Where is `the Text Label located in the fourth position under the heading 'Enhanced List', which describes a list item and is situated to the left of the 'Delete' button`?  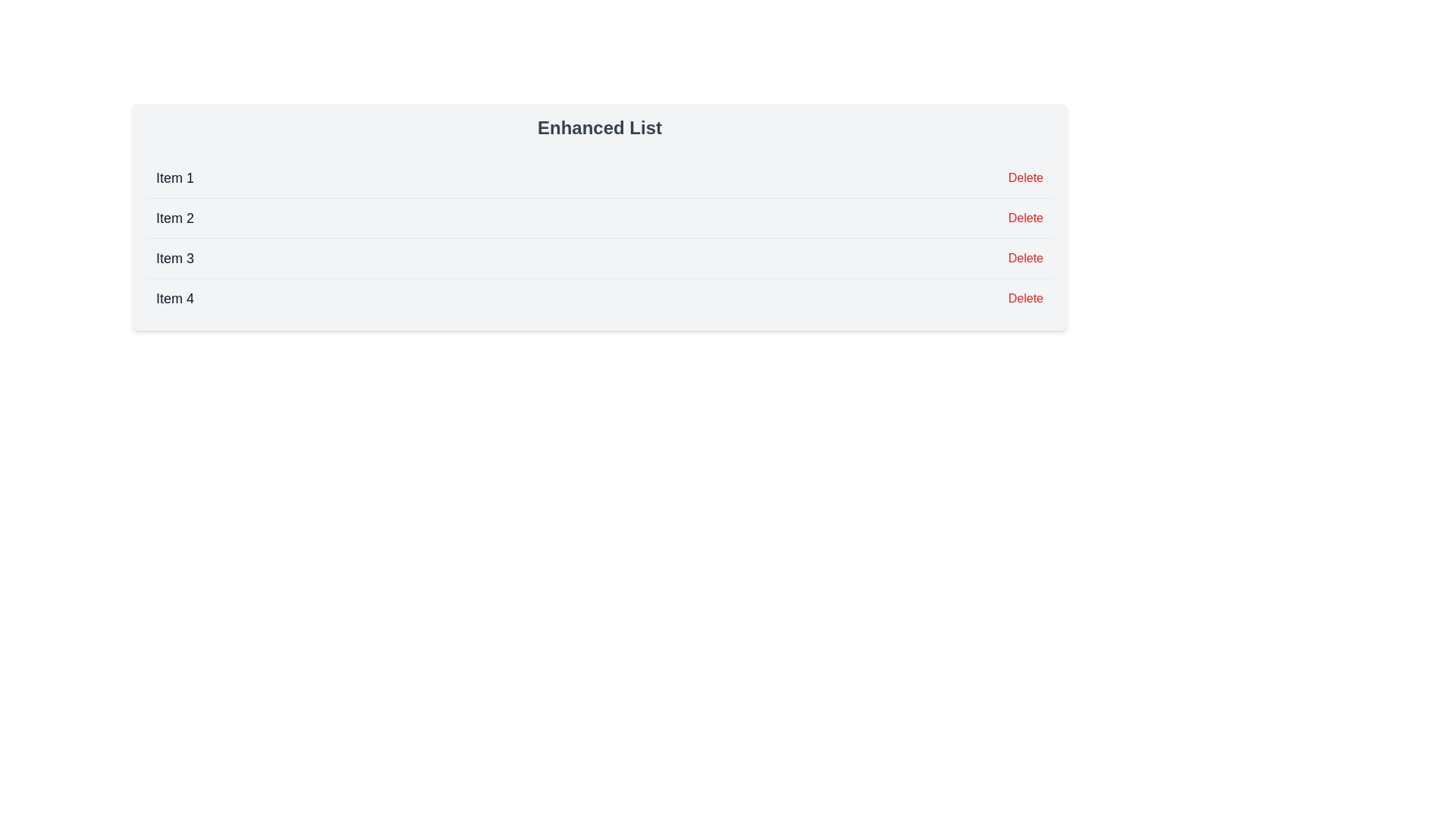 the Text Label located in the fourth position under the heading 'Enhanced List', which describes a list item and is situated to the left of the 'Delete' button is located at coordinates (174, 298).